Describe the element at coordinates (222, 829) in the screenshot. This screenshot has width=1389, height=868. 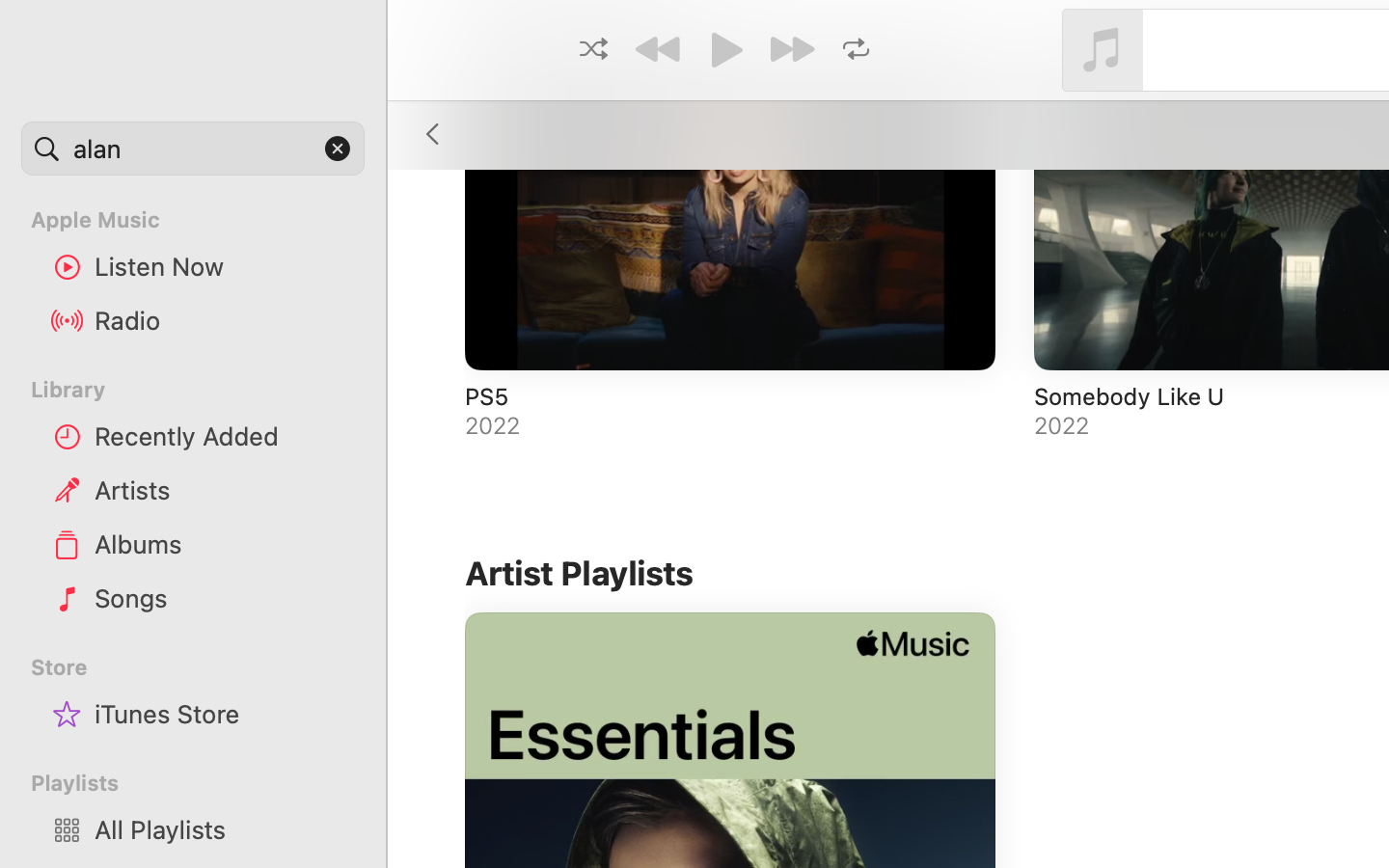
I see `'All Playlists'` at that location.